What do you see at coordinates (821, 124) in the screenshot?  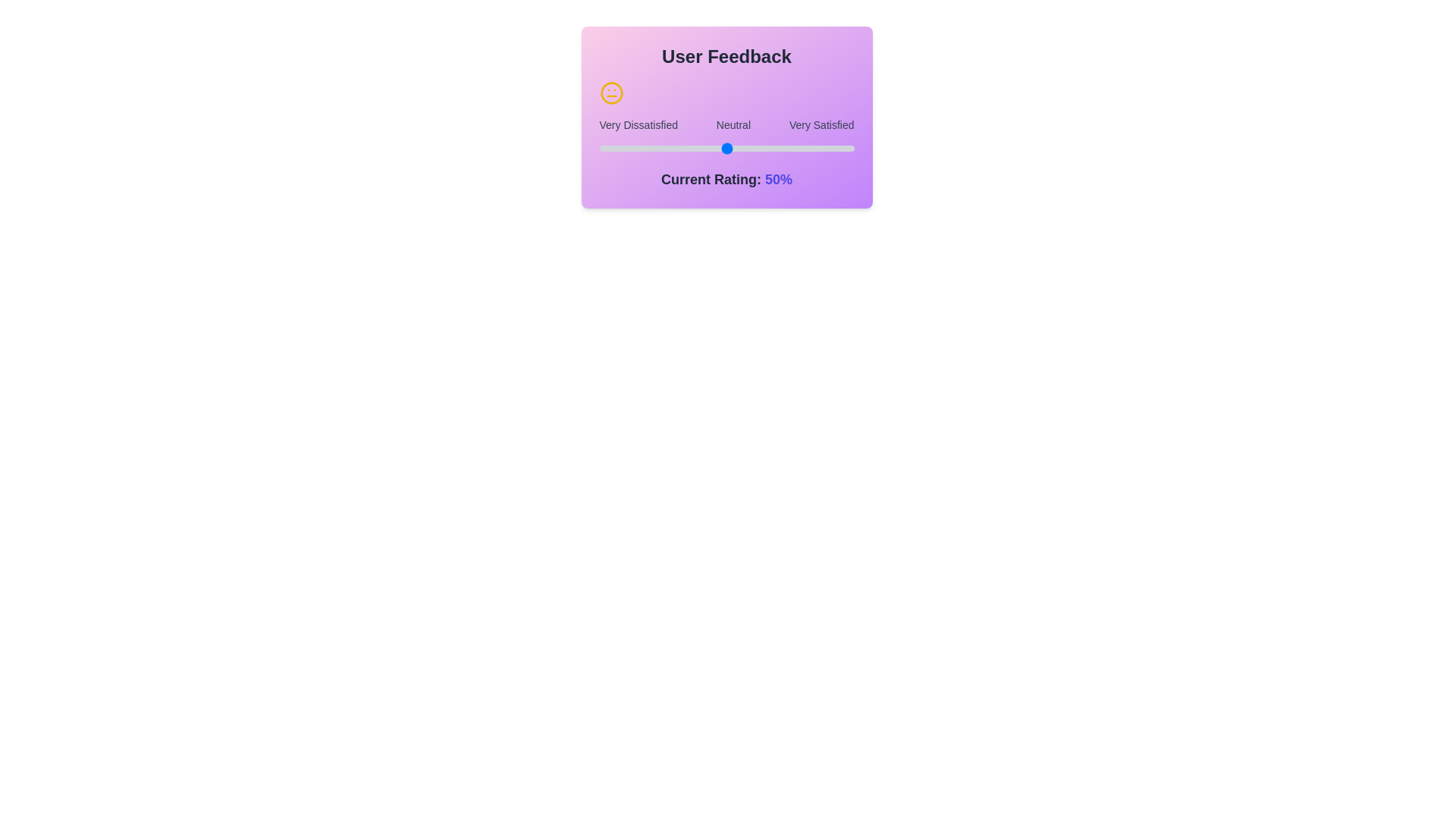 I see `the text label Very Satisfied to select it` at bounding box center [821, 124].